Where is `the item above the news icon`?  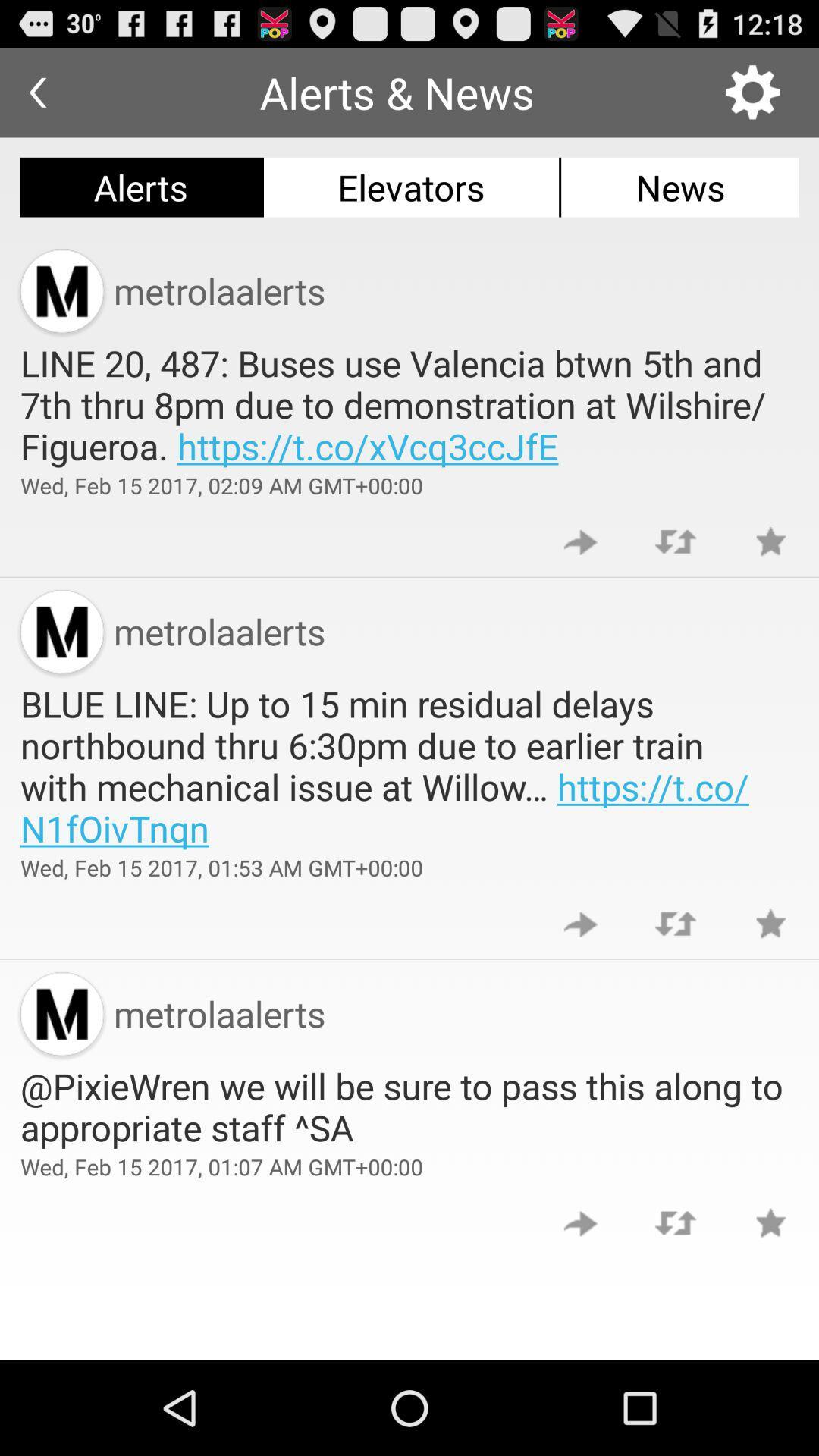
the item above the news icon is located at coordinates (752, 92).